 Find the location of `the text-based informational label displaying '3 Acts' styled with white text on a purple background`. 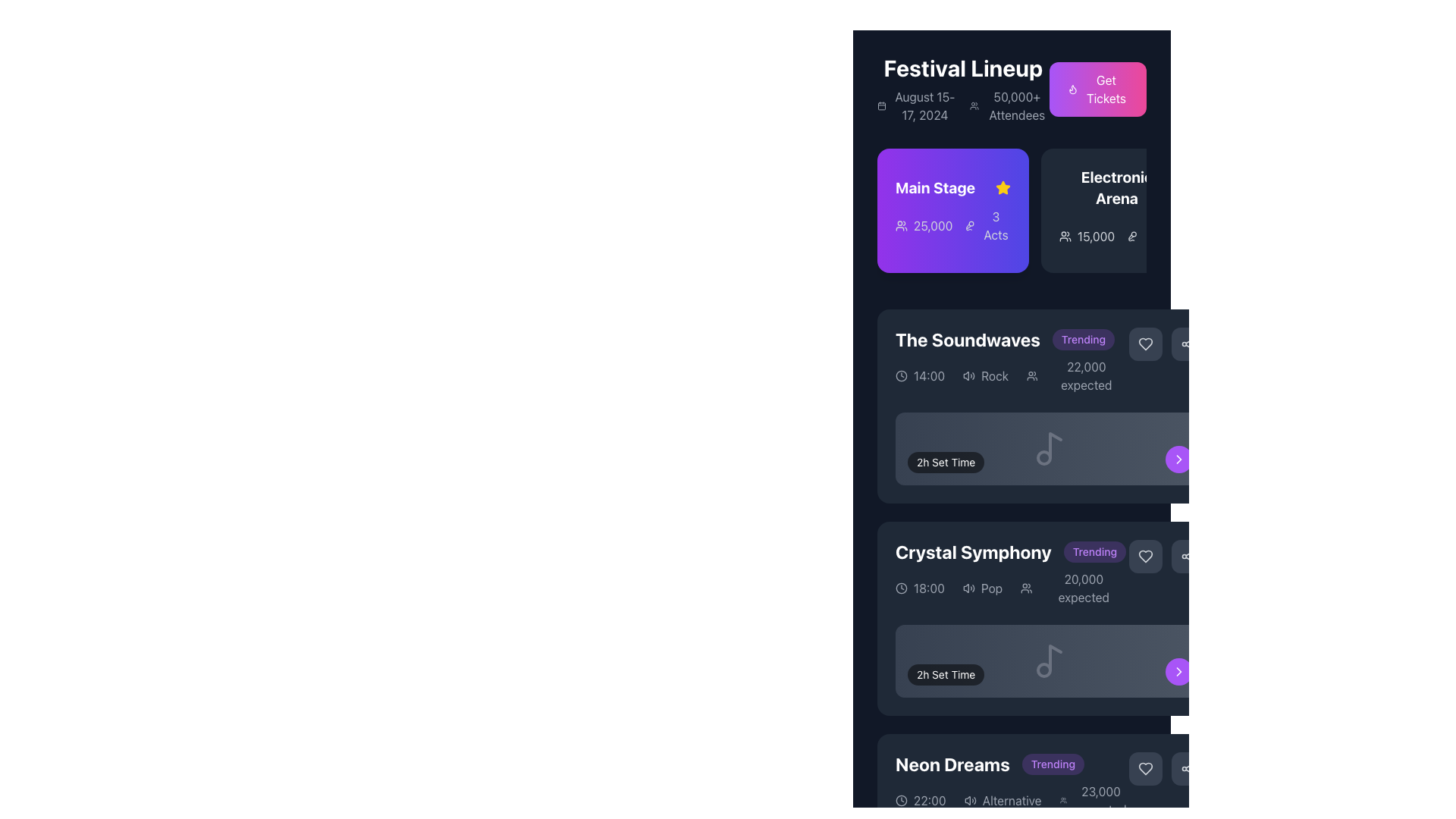

the text-based informational label displaying '3 Acts' styled with white text on a purple background is located at coordinates (996, 225).